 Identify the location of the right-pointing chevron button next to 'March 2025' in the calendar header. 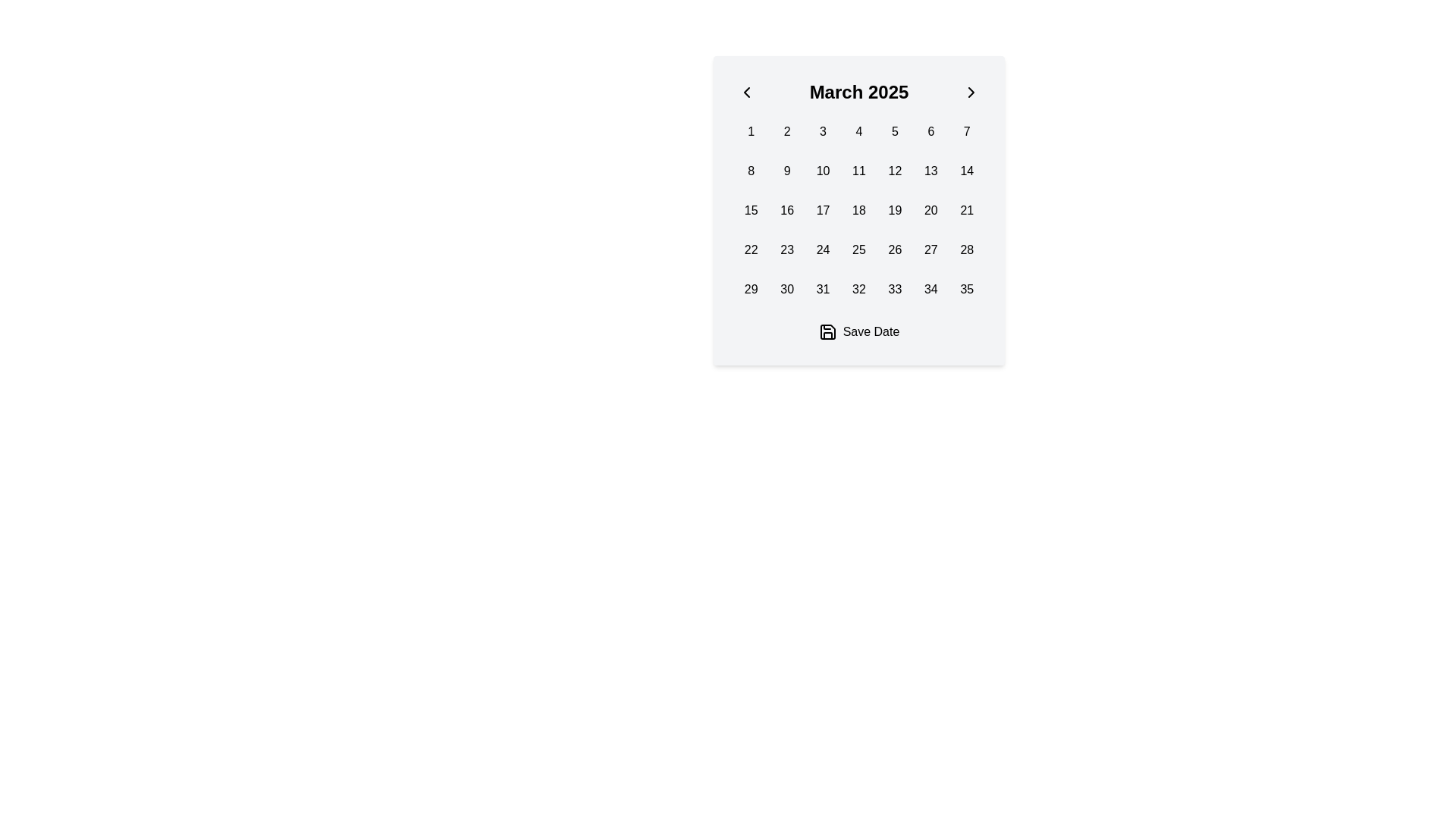
(971, 93).